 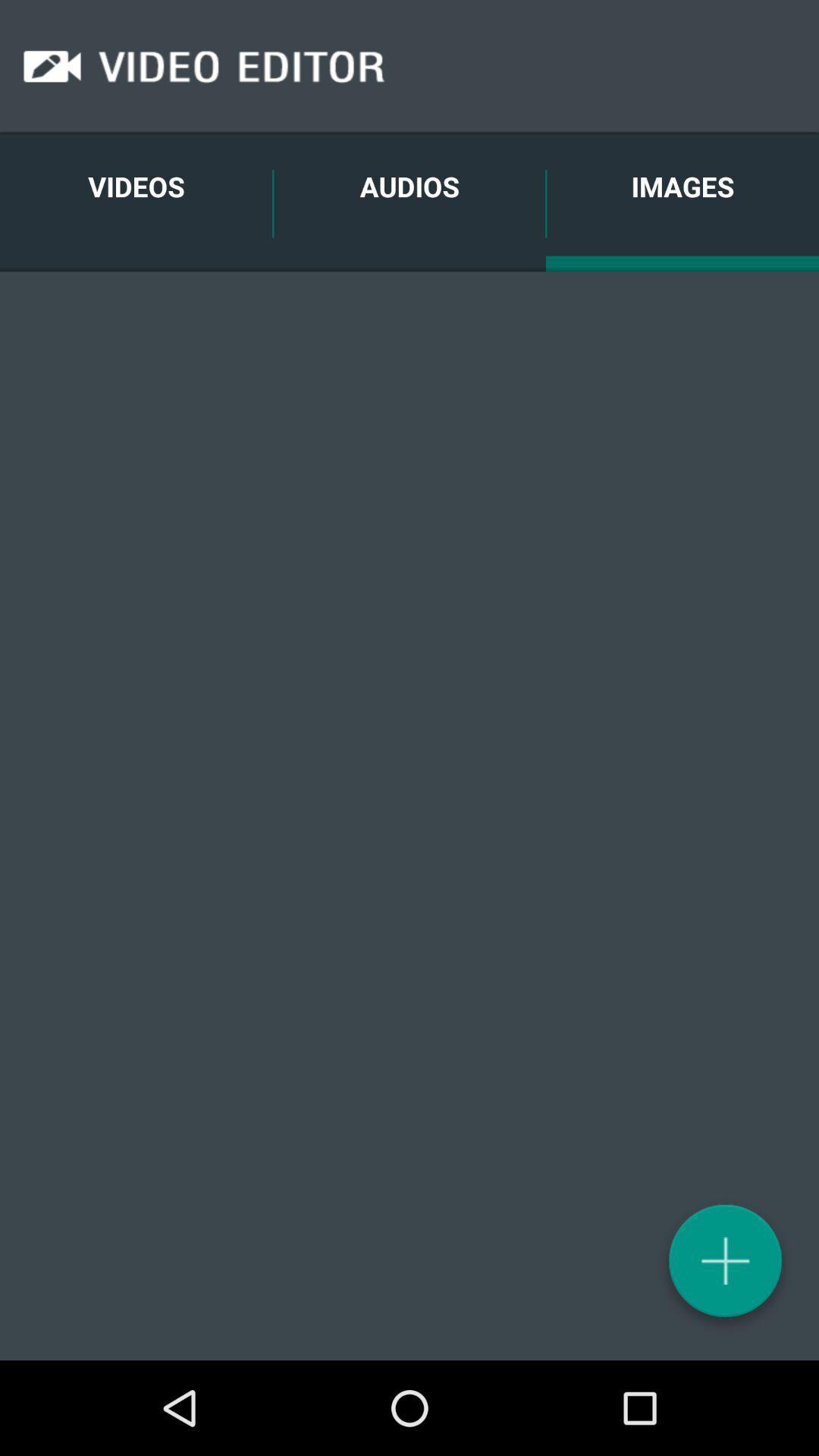 I want to click on the add icon, so click(x=724, y=1266).